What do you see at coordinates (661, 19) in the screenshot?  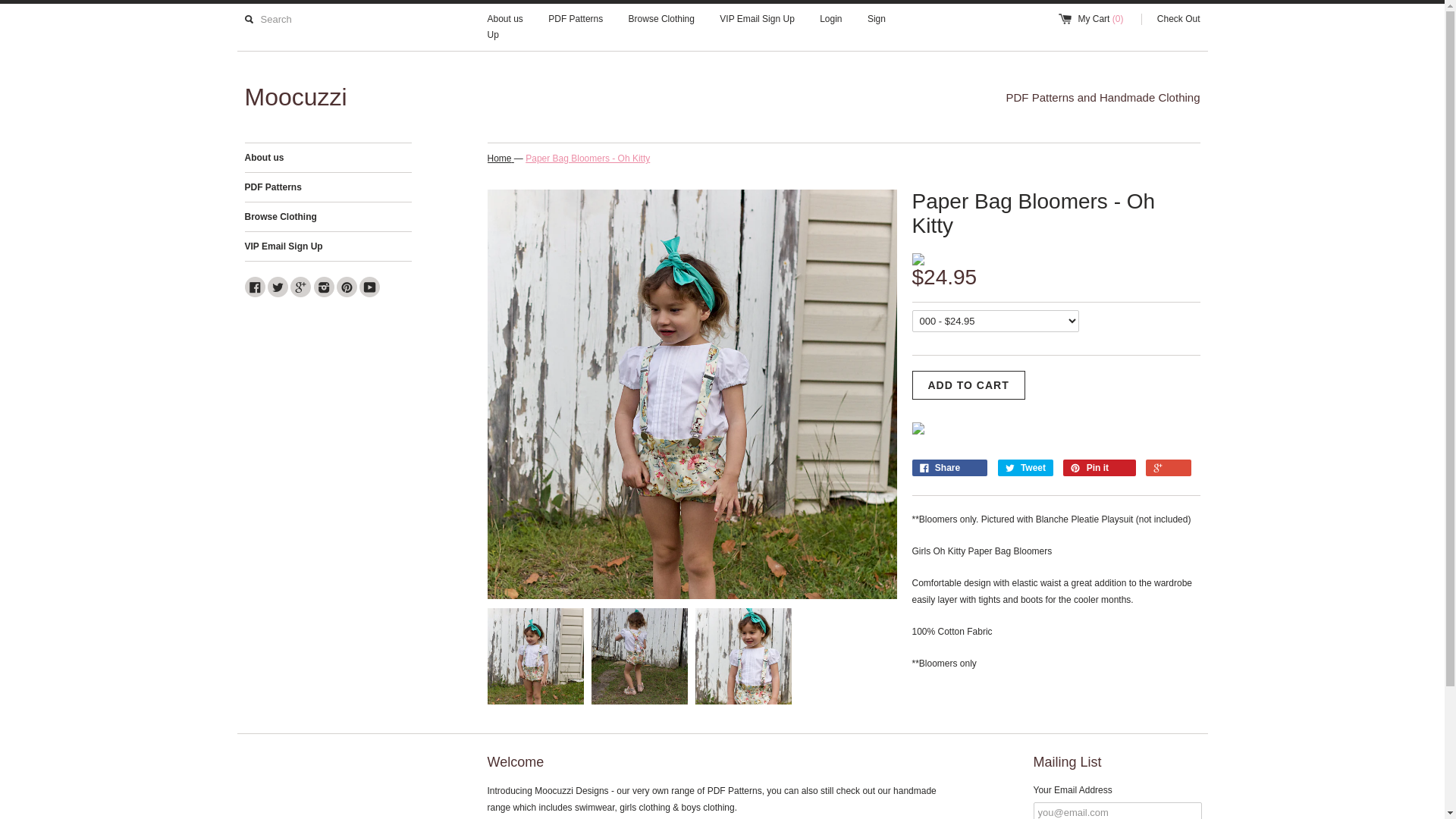 I see `'Browse Clothing'` at bounding box center [661, 19].